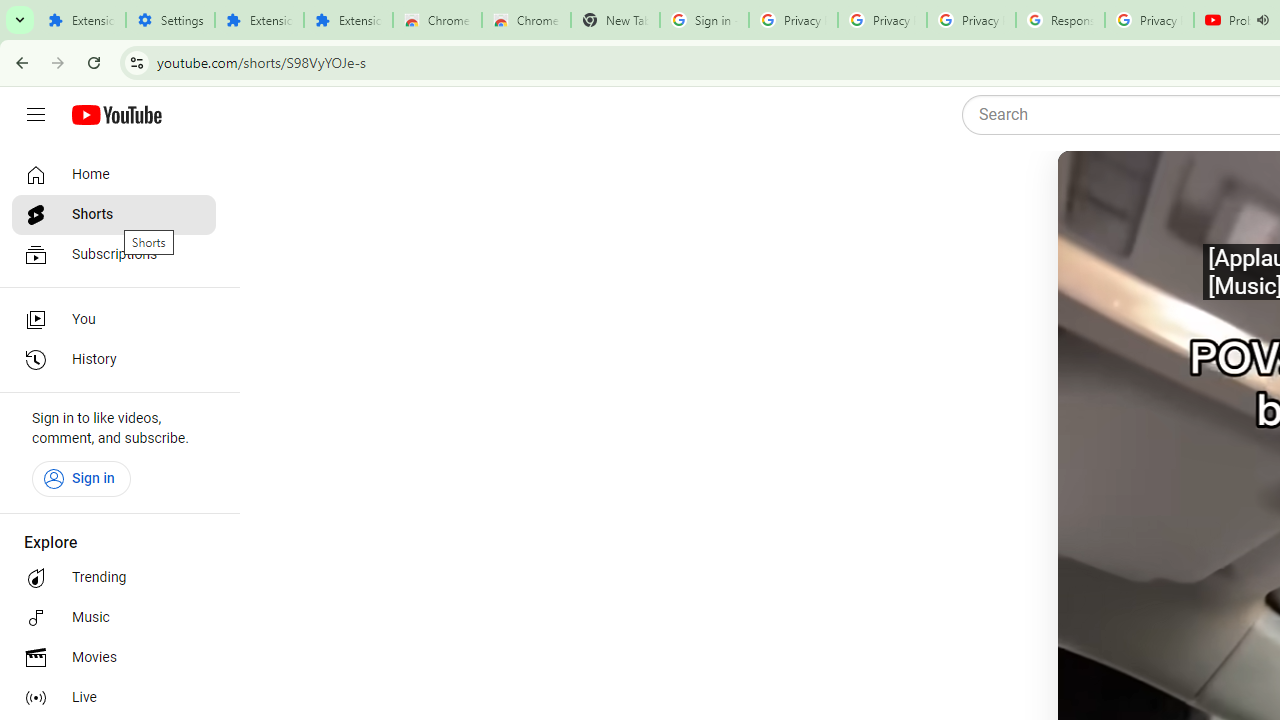 This screenshot has height=720, width=1280. I want to click on 'Home', so click(112, 173).